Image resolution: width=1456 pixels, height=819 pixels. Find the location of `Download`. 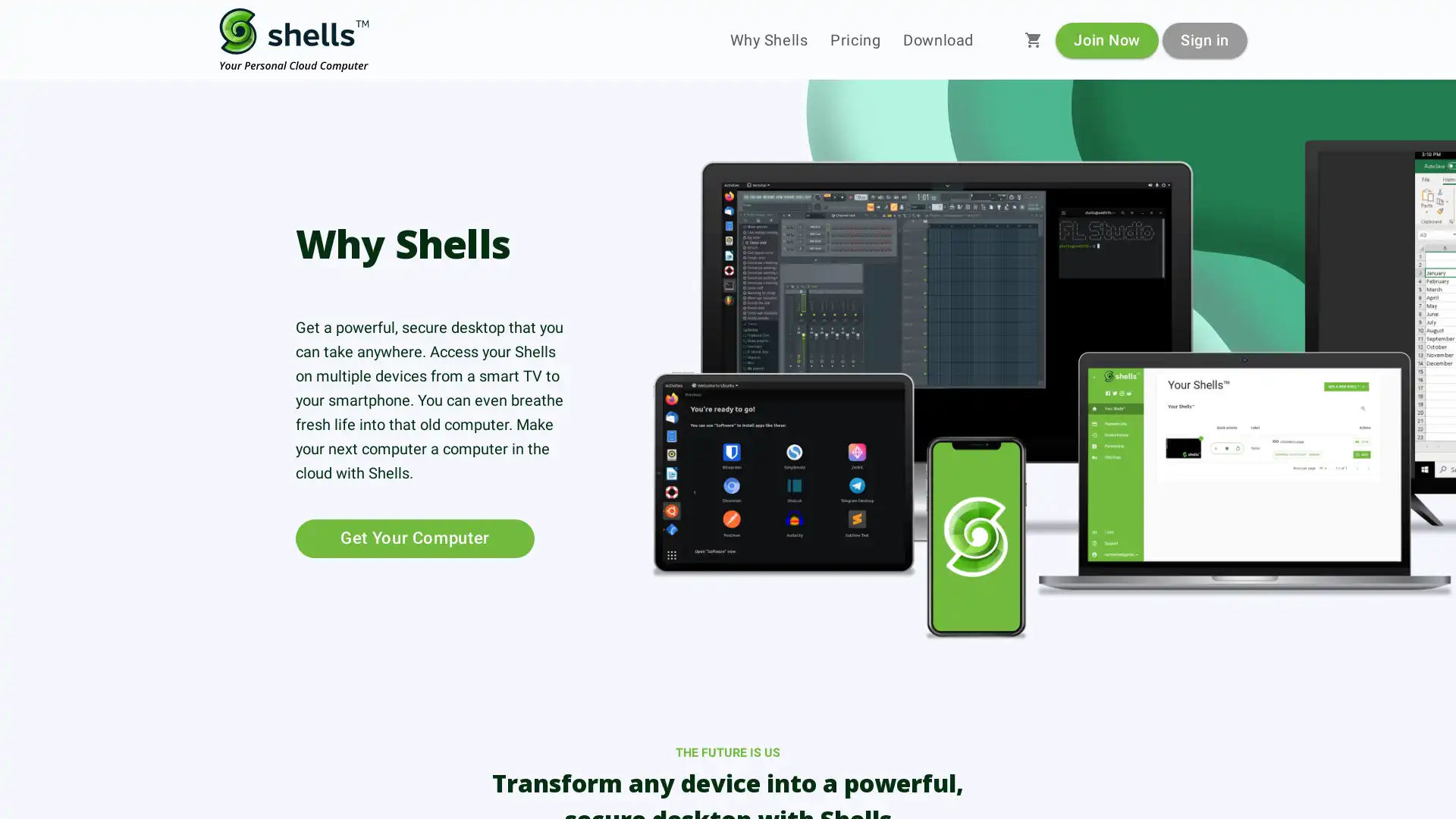

Download is located at coordinates (937, 39).